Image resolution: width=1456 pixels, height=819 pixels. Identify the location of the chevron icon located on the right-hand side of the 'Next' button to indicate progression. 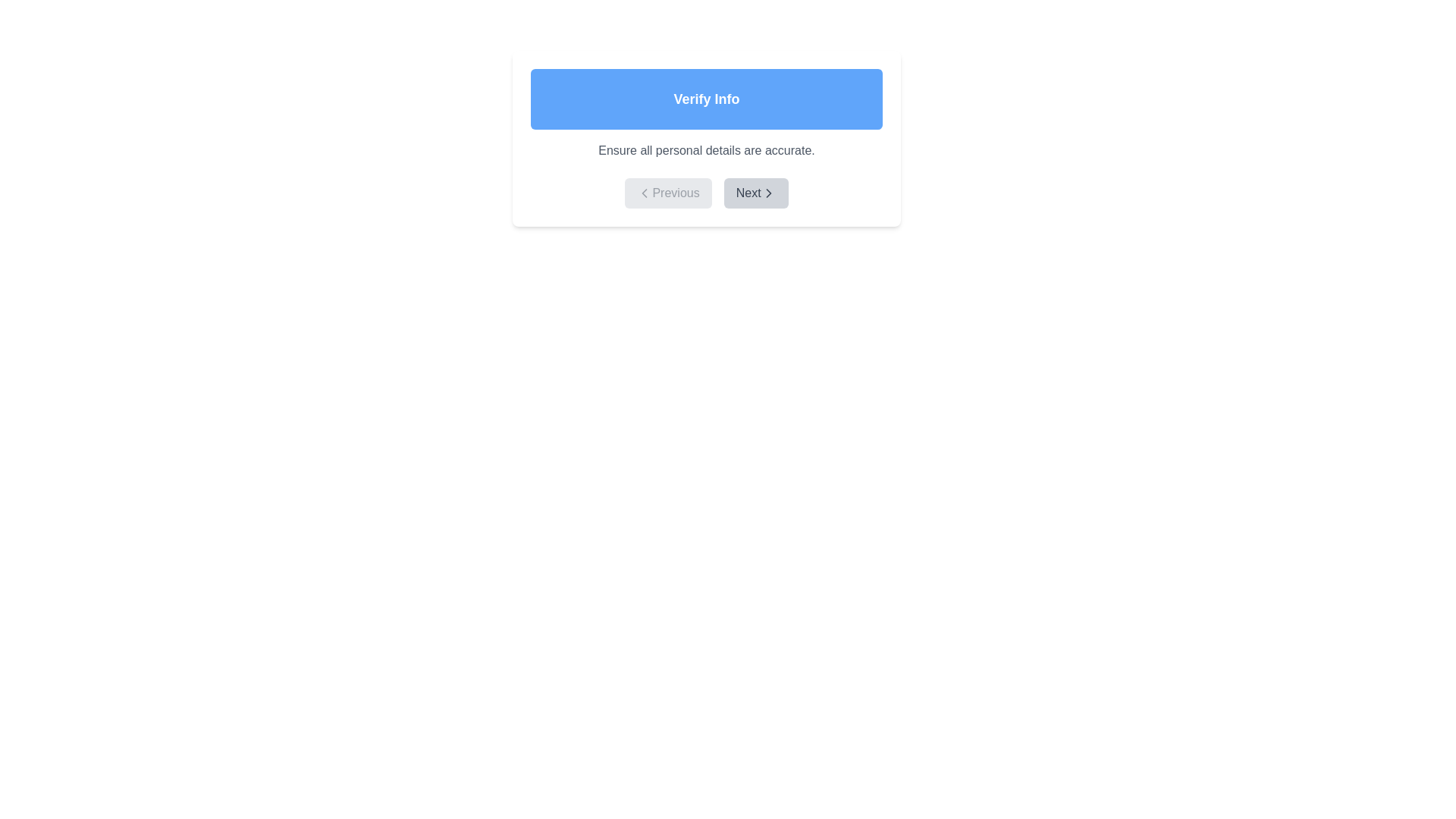
(768, 192).